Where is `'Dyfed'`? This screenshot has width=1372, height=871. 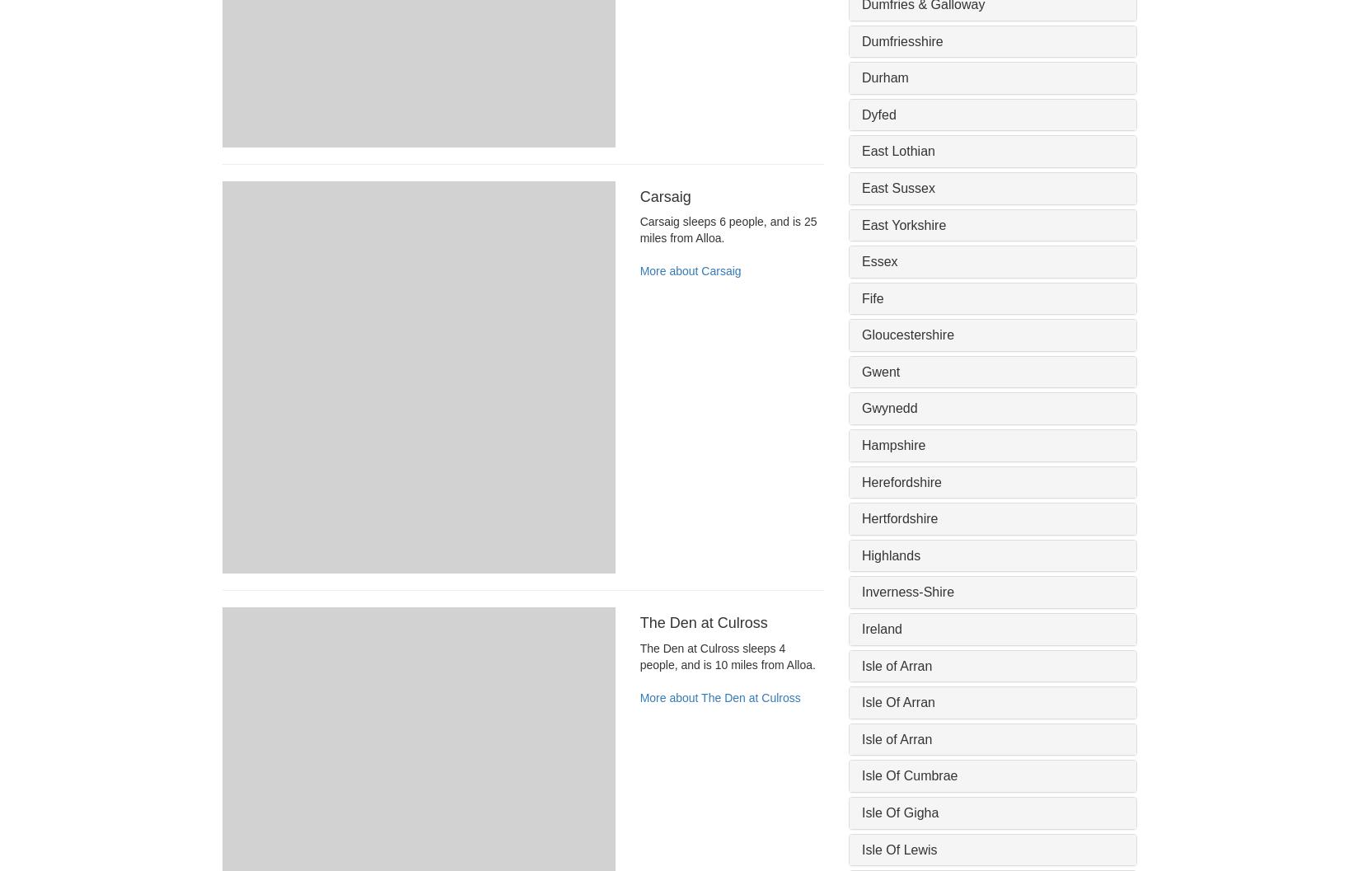
'Dyfed' is located at coordinates (878, 113).